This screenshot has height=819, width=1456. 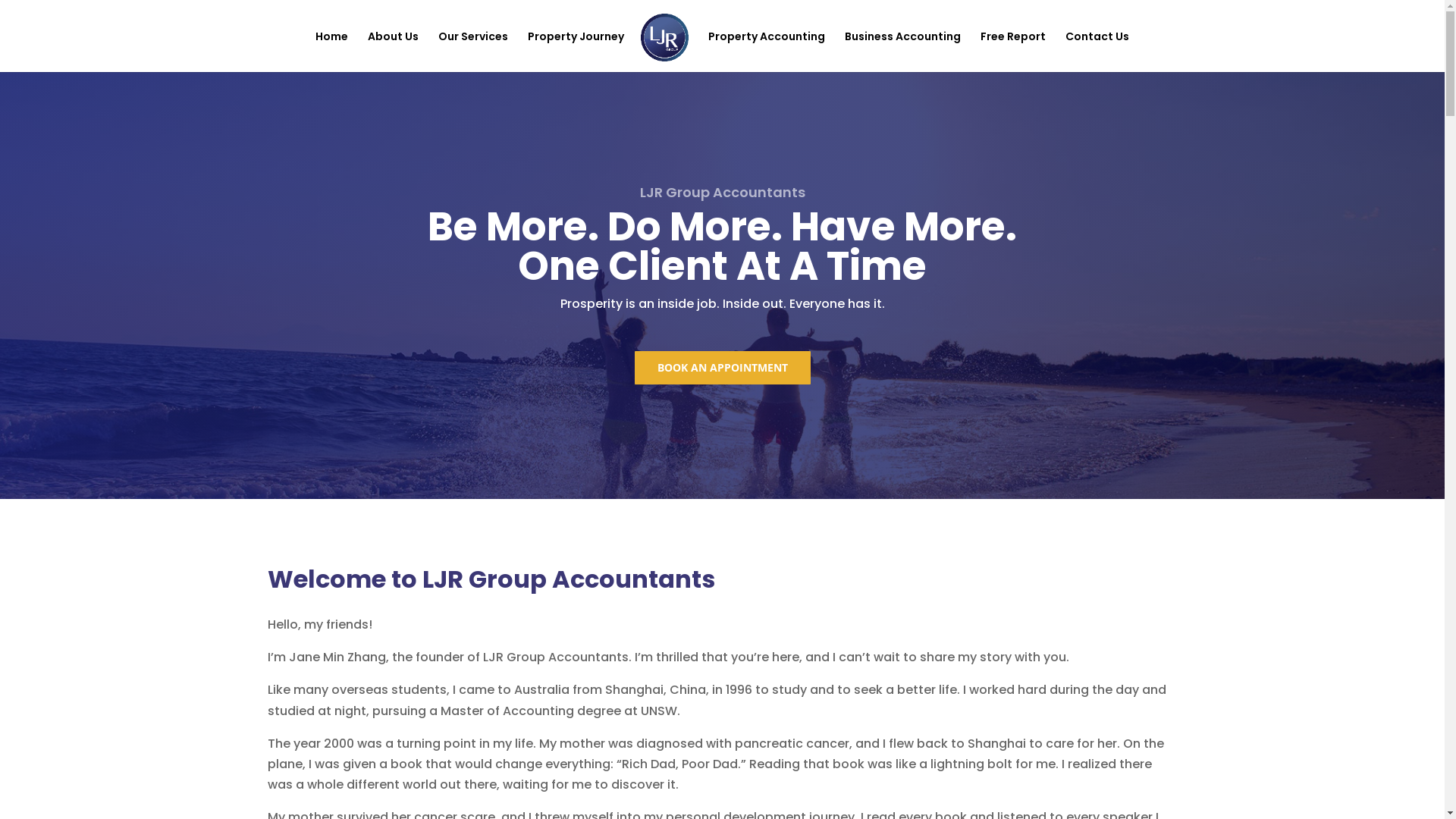 What do you see at coordinates (902, 51) in the screenshot?
I see `'Business Accounting'` at bounding box center [902, 51].